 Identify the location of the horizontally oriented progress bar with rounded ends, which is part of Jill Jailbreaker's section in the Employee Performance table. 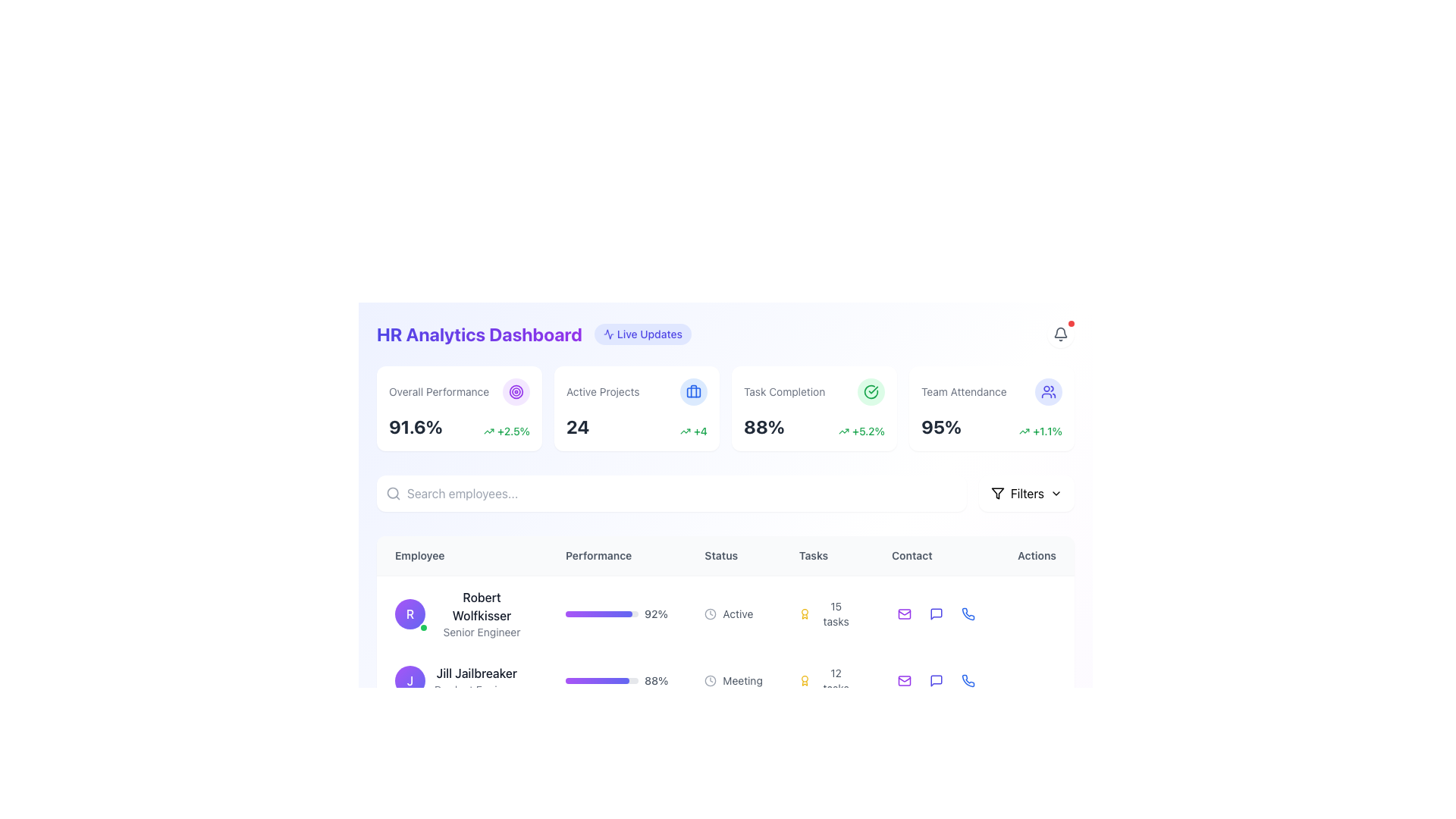
(597, 680).